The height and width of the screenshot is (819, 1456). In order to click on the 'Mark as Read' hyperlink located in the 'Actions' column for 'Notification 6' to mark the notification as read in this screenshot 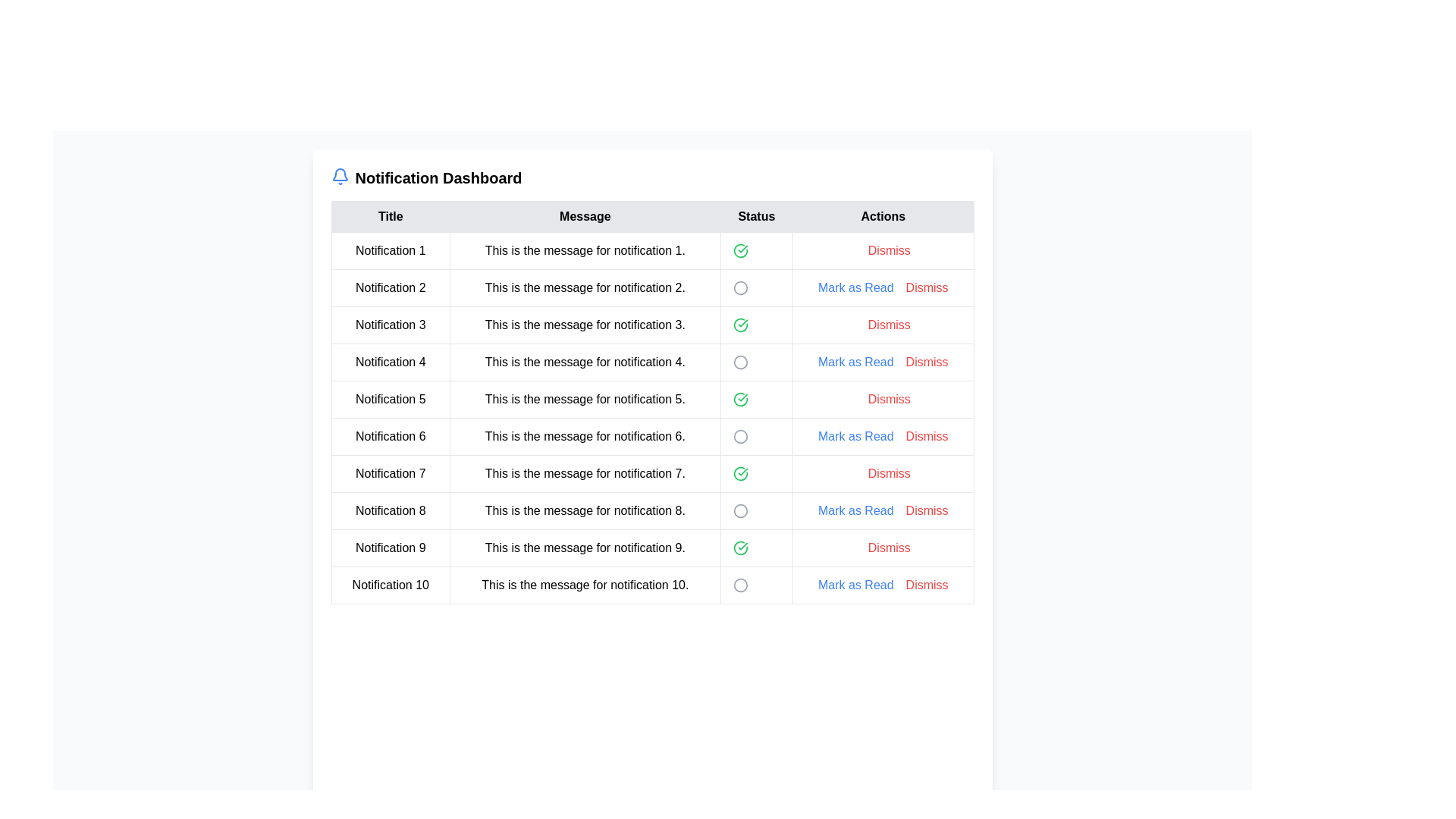, I will do `click(882, 436)`.